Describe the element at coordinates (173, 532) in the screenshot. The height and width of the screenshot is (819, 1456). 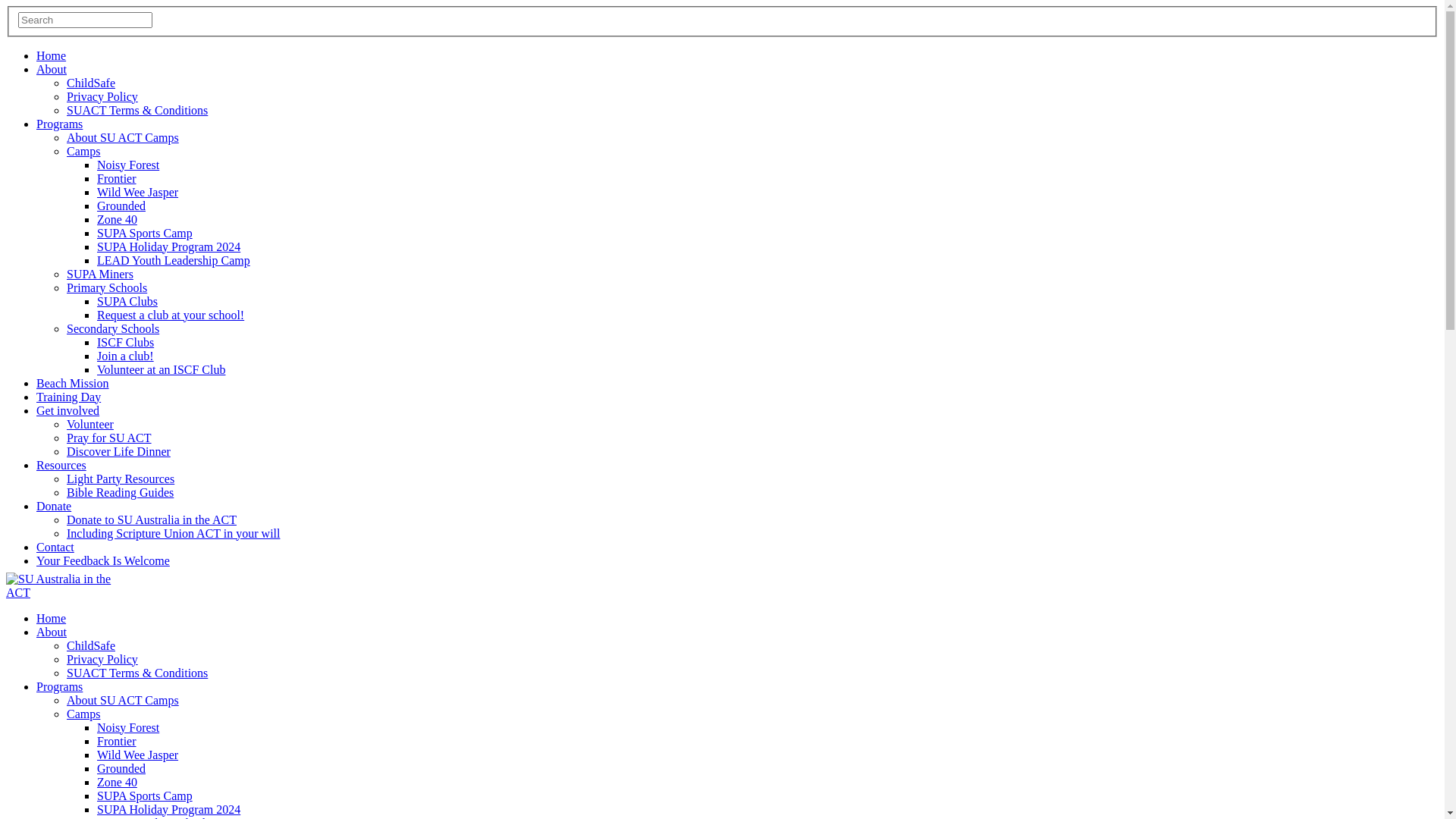
I see `'Including Scripture Union ACT in your will'` at that location.